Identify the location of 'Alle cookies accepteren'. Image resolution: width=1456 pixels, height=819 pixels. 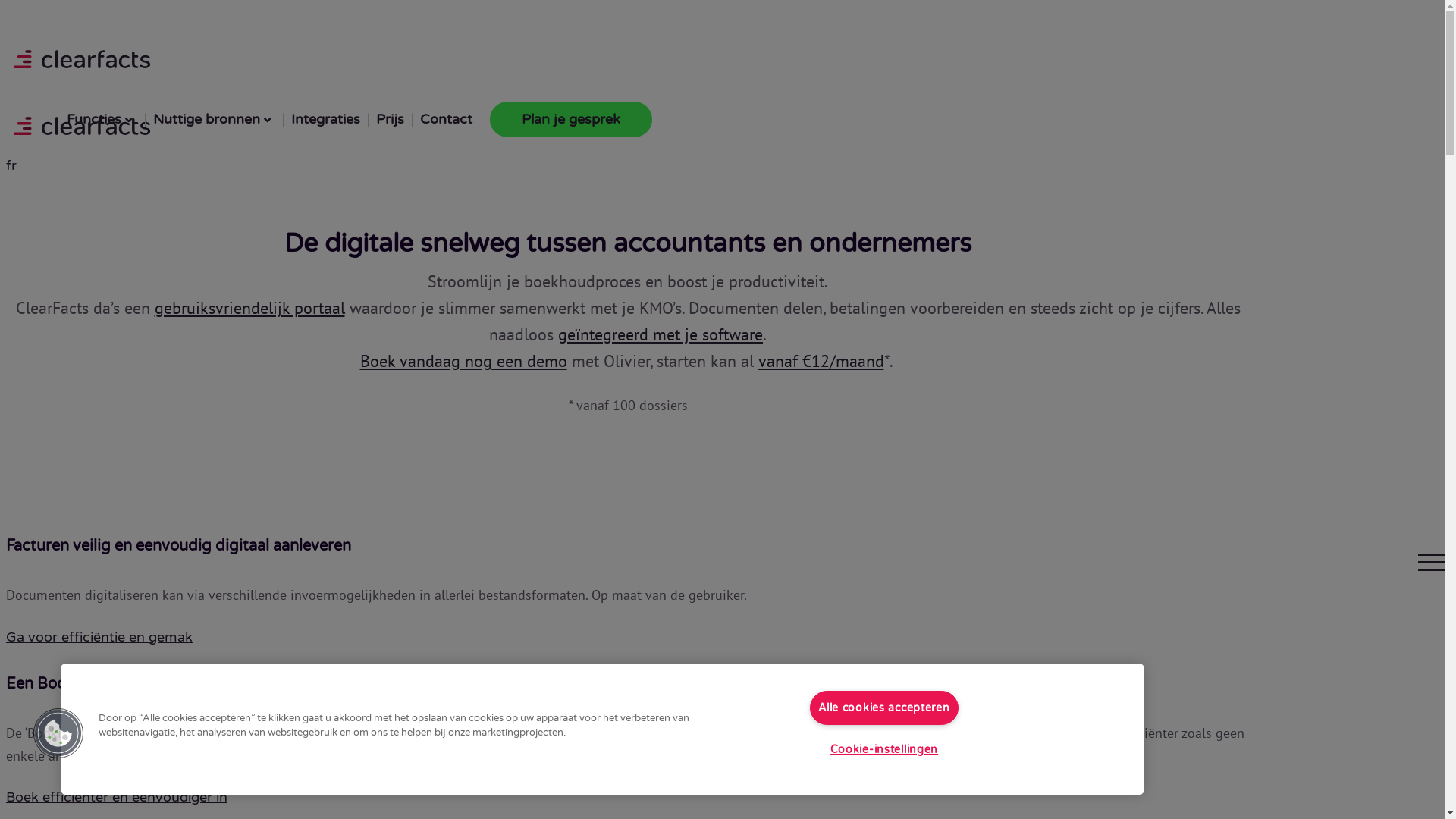
(884, 708).